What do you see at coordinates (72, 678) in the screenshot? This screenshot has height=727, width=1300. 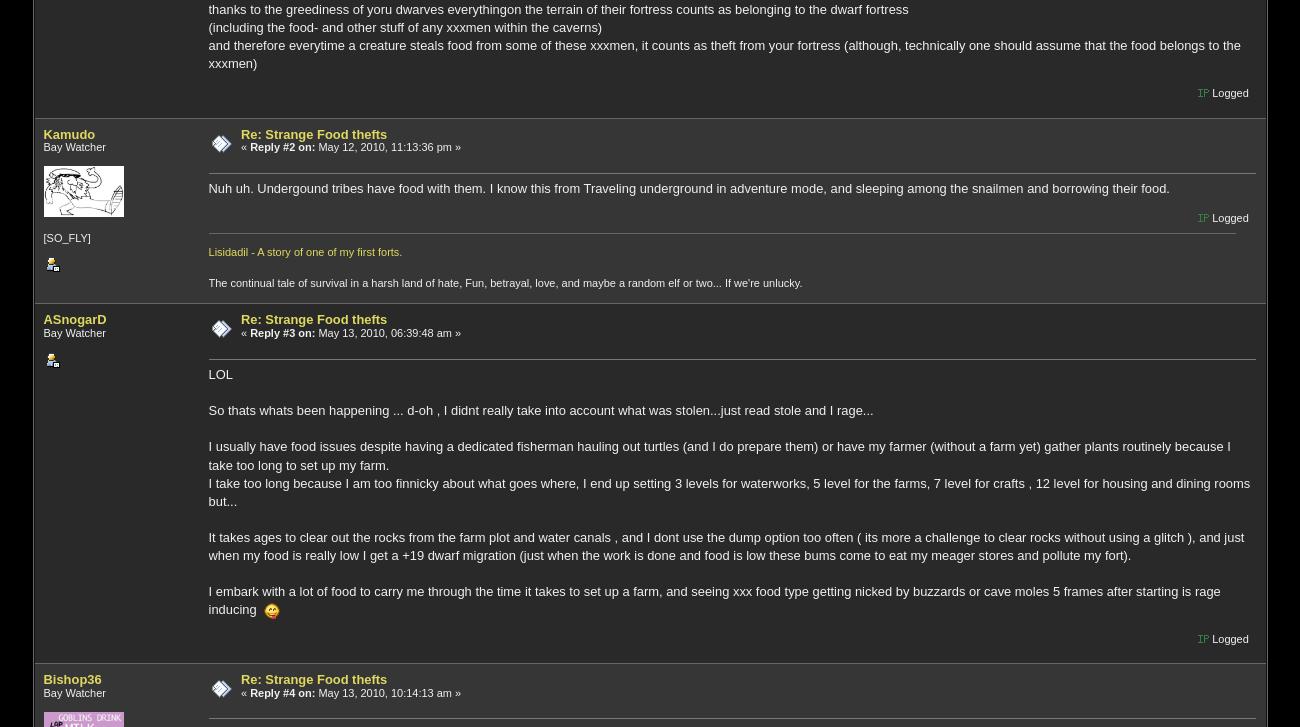 I see `'Bishop36'` at bounding box center [72, 678].